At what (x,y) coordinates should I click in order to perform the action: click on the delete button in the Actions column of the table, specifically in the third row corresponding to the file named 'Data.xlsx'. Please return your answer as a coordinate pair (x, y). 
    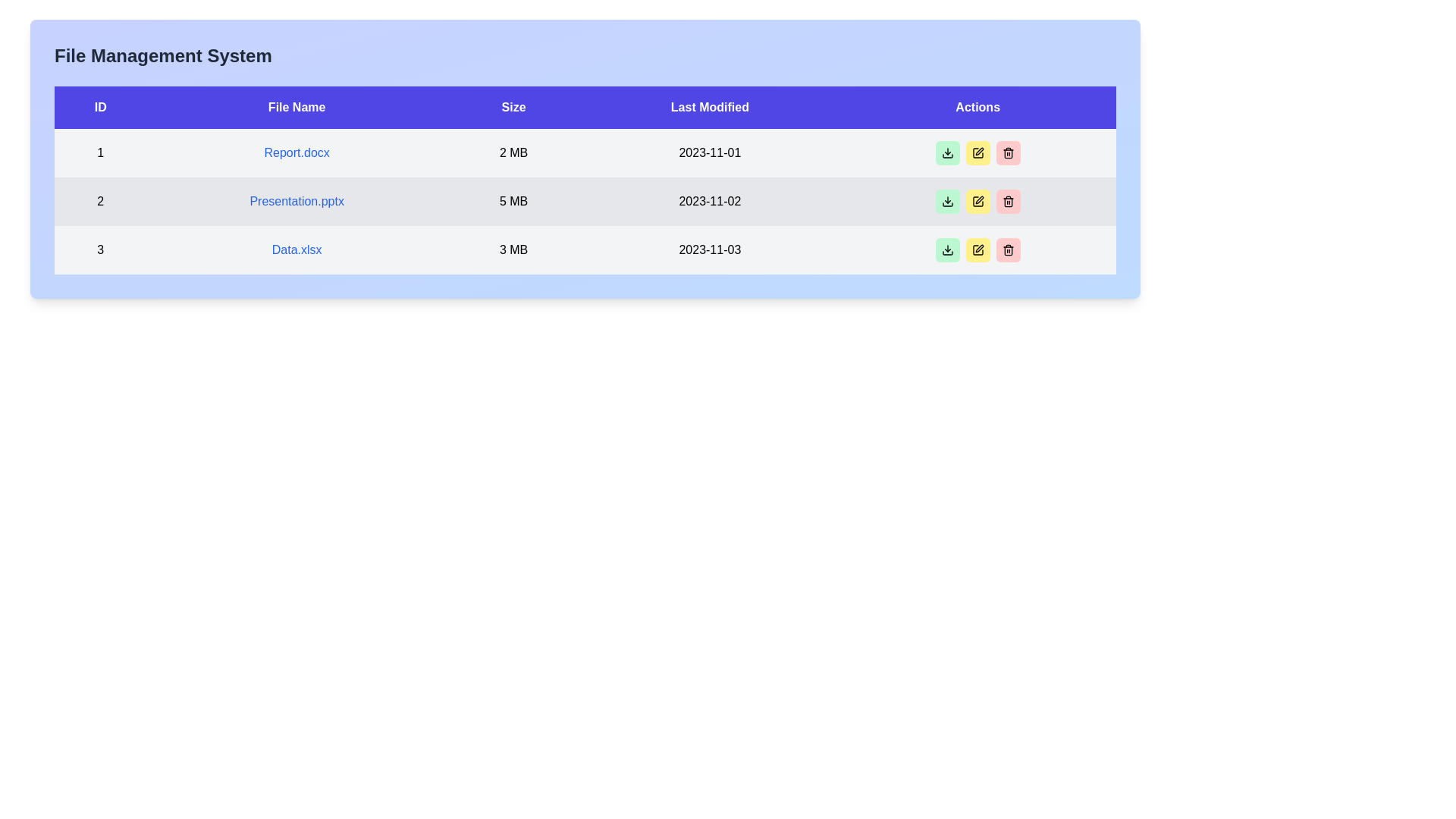
    Looking at the image, I should click on (1008, 249).